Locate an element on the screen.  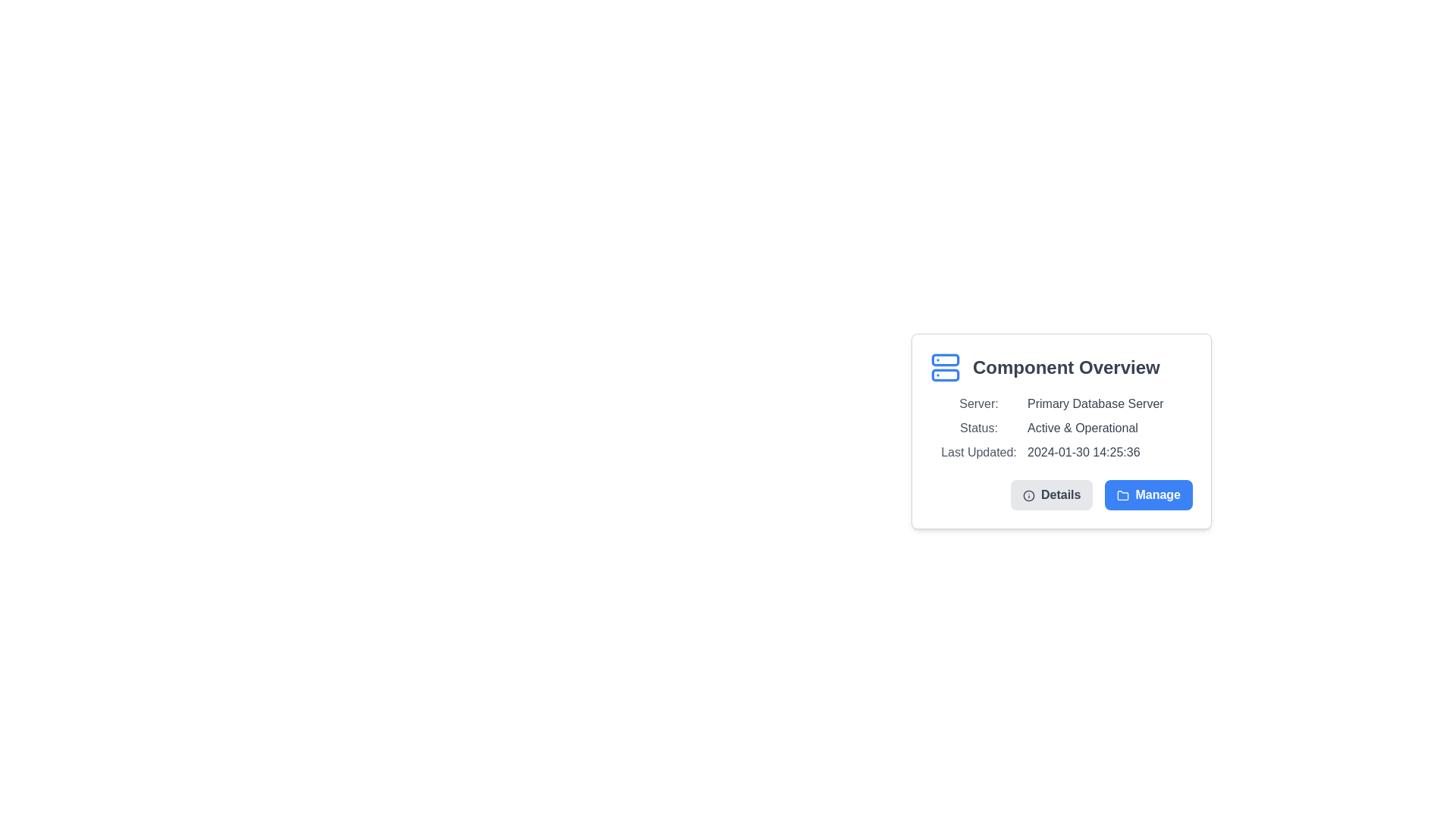
the management button located in the bottom-right area of the Component Overview, which is the second button from the left, immediately to the right of the 'Details' button is located at coordinates (1149, 494).